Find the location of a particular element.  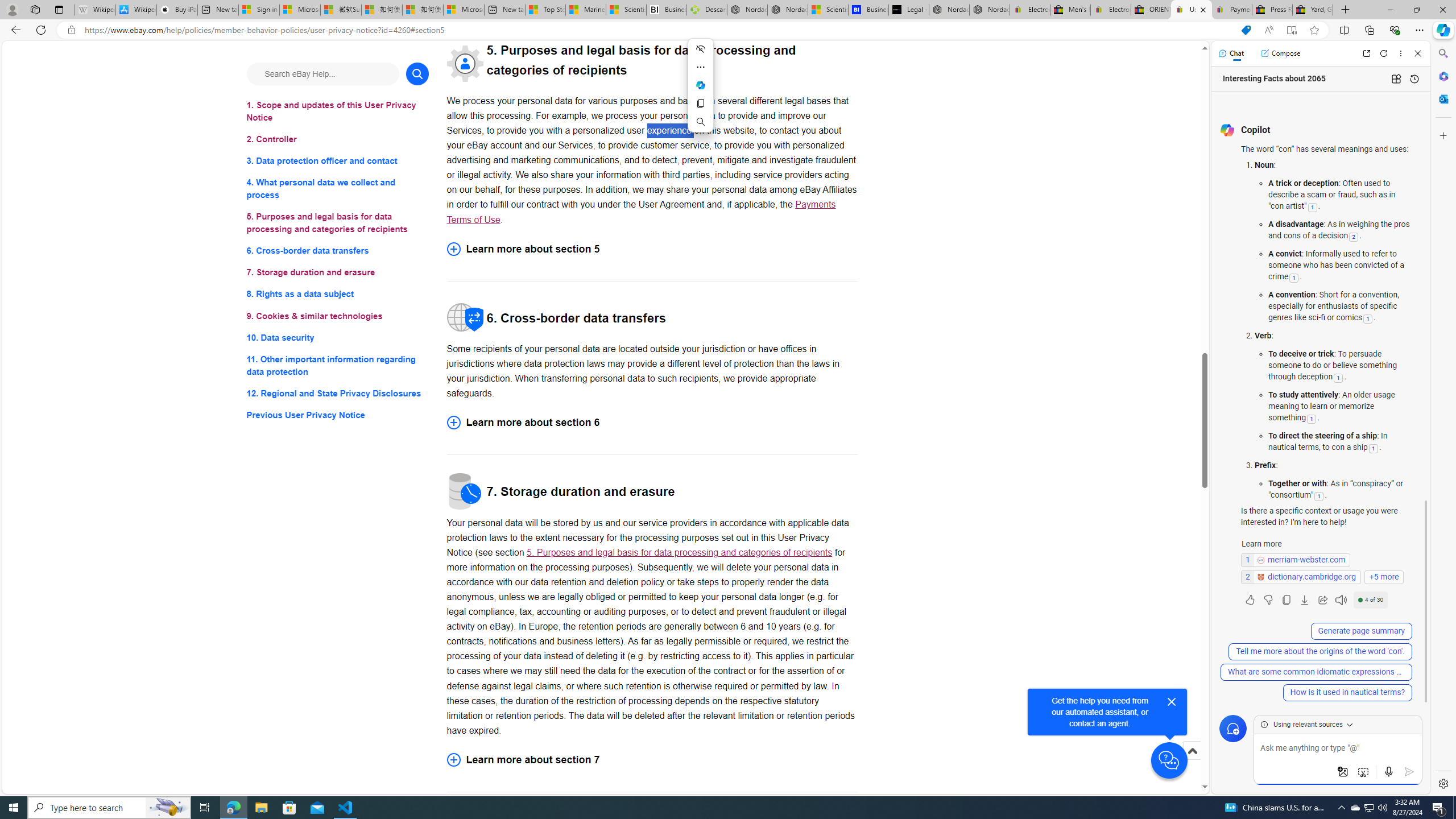

'Compose' is located at coordinates (1280, 52).